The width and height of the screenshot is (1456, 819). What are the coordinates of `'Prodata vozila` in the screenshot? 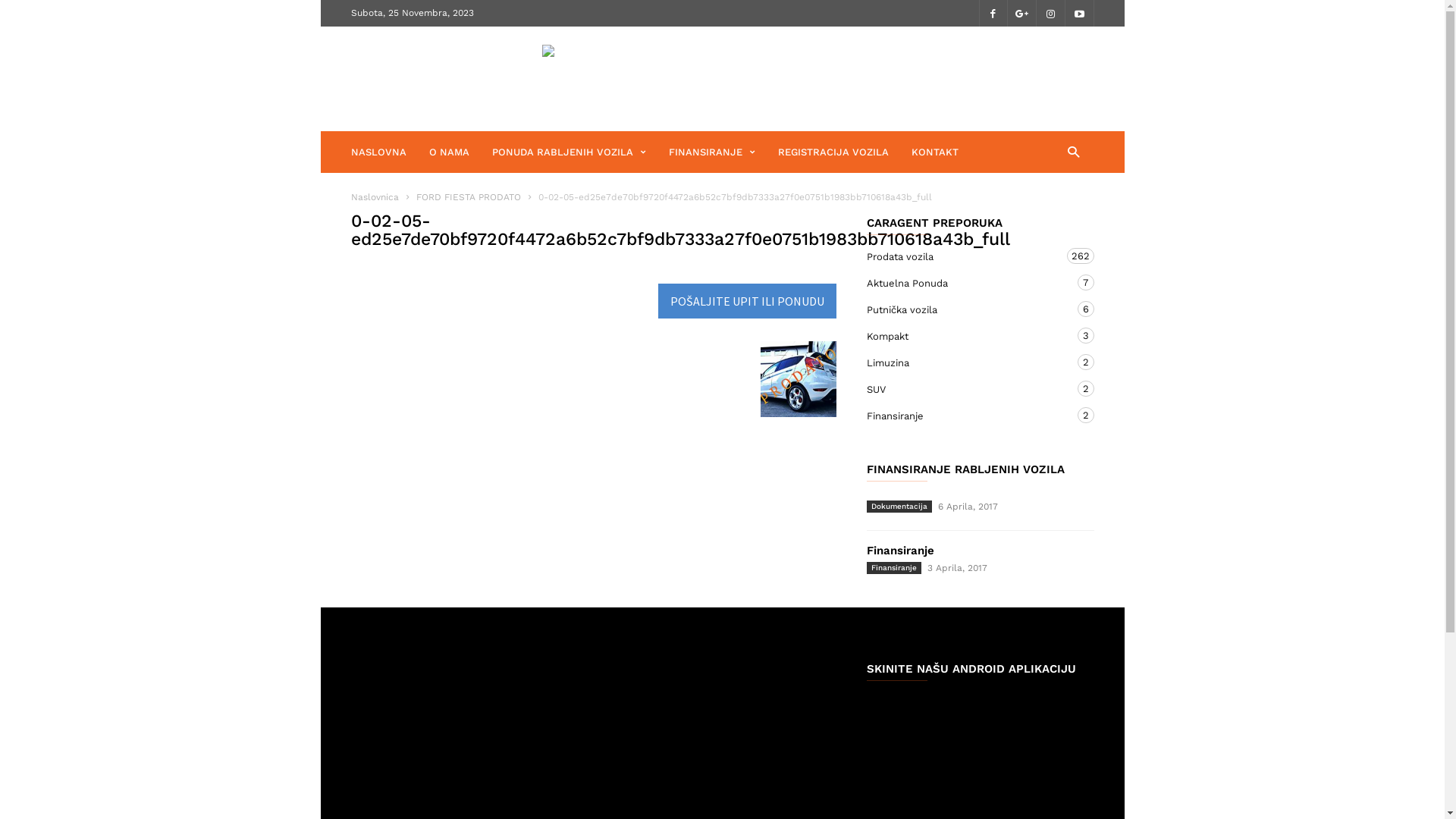 It's located at (964, 256).